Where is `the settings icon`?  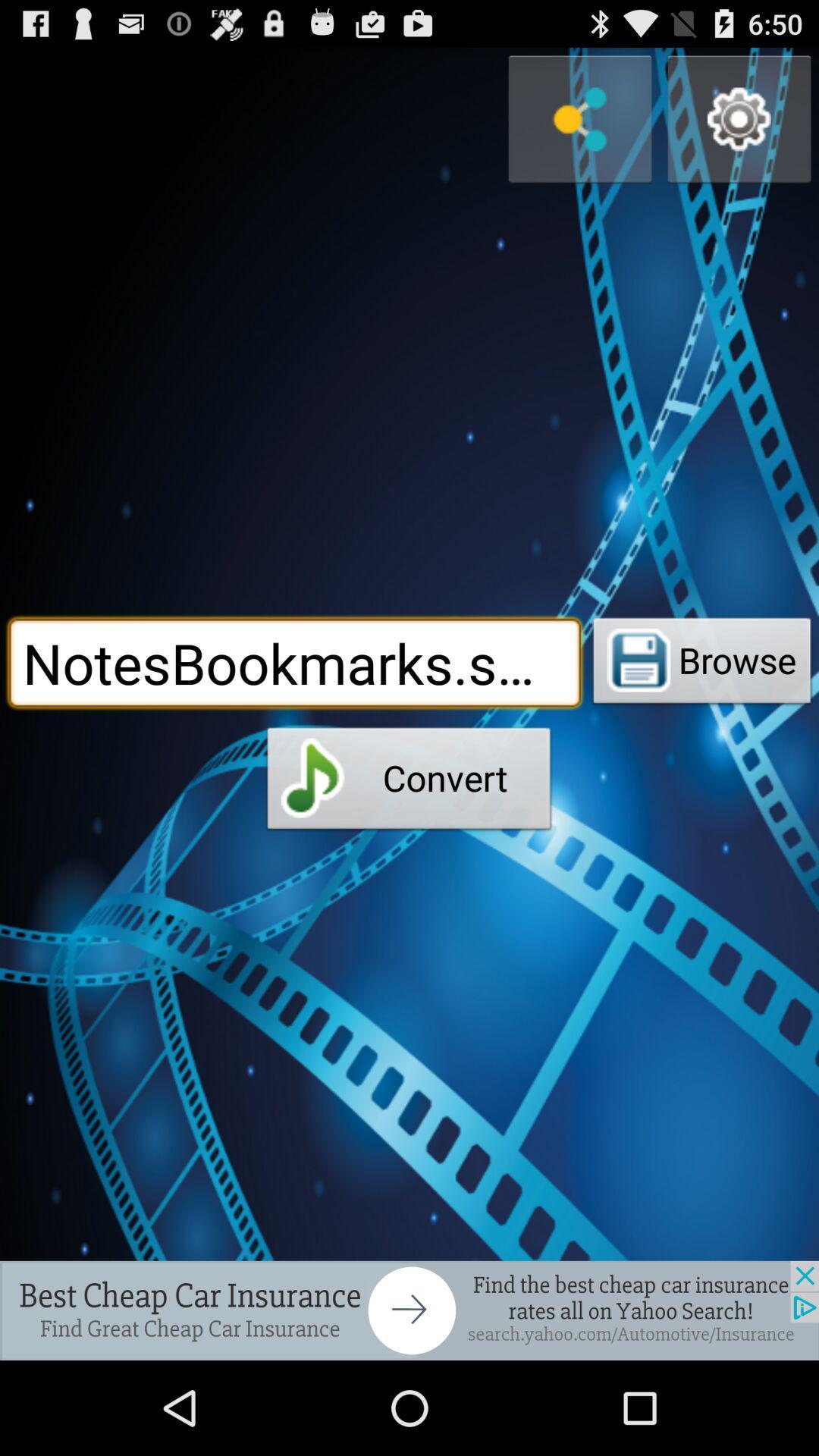 the settings icon is located at coordinates (739, 127).